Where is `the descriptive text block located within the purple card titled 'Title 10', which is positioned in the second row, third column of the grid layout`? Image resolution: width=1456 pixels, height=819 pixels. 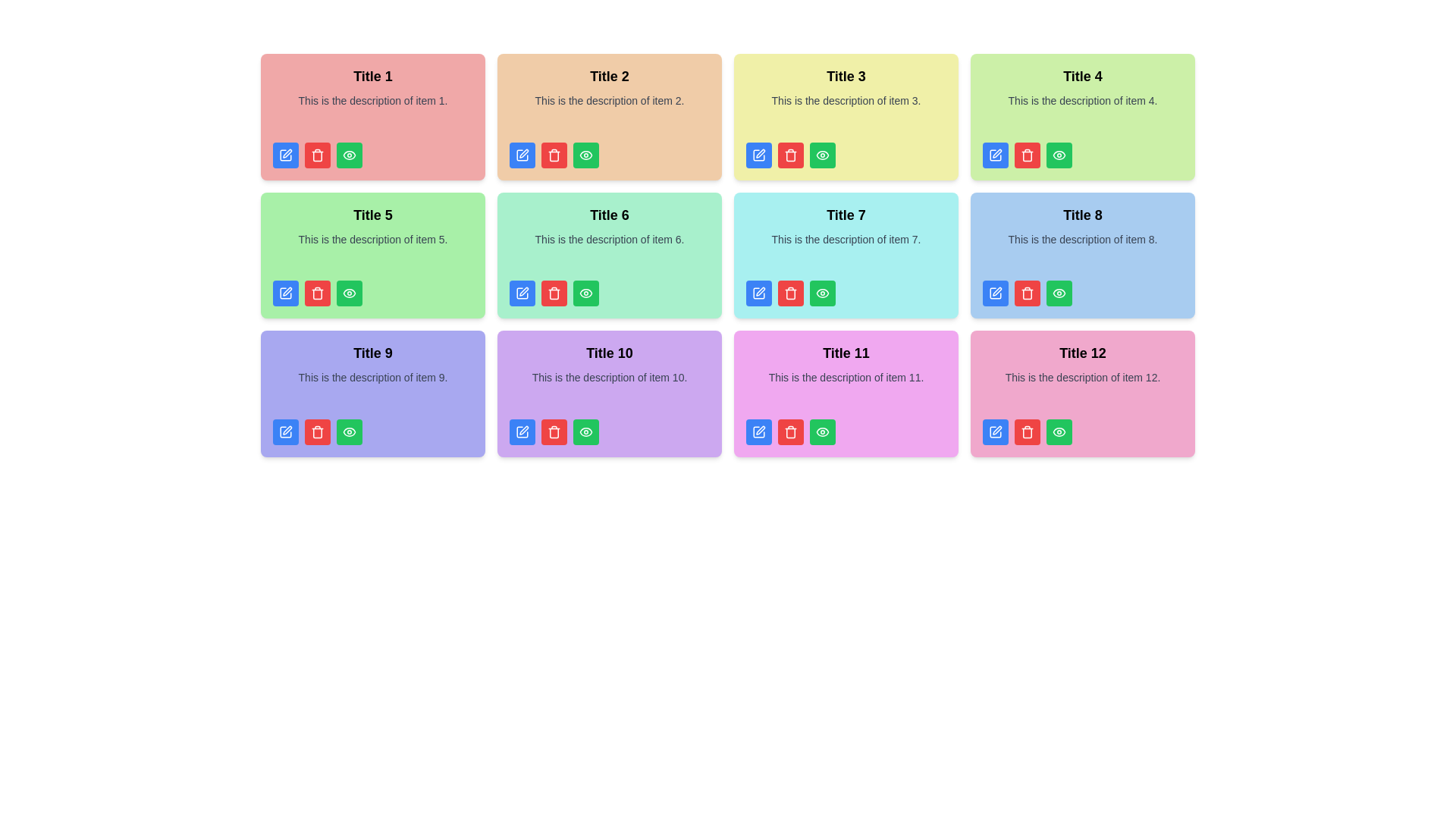 the descriptive text block located within the purple card titled 'Title 10', which is positioned in the second row, third column of the grid layout is located at coordinates (610, 388).